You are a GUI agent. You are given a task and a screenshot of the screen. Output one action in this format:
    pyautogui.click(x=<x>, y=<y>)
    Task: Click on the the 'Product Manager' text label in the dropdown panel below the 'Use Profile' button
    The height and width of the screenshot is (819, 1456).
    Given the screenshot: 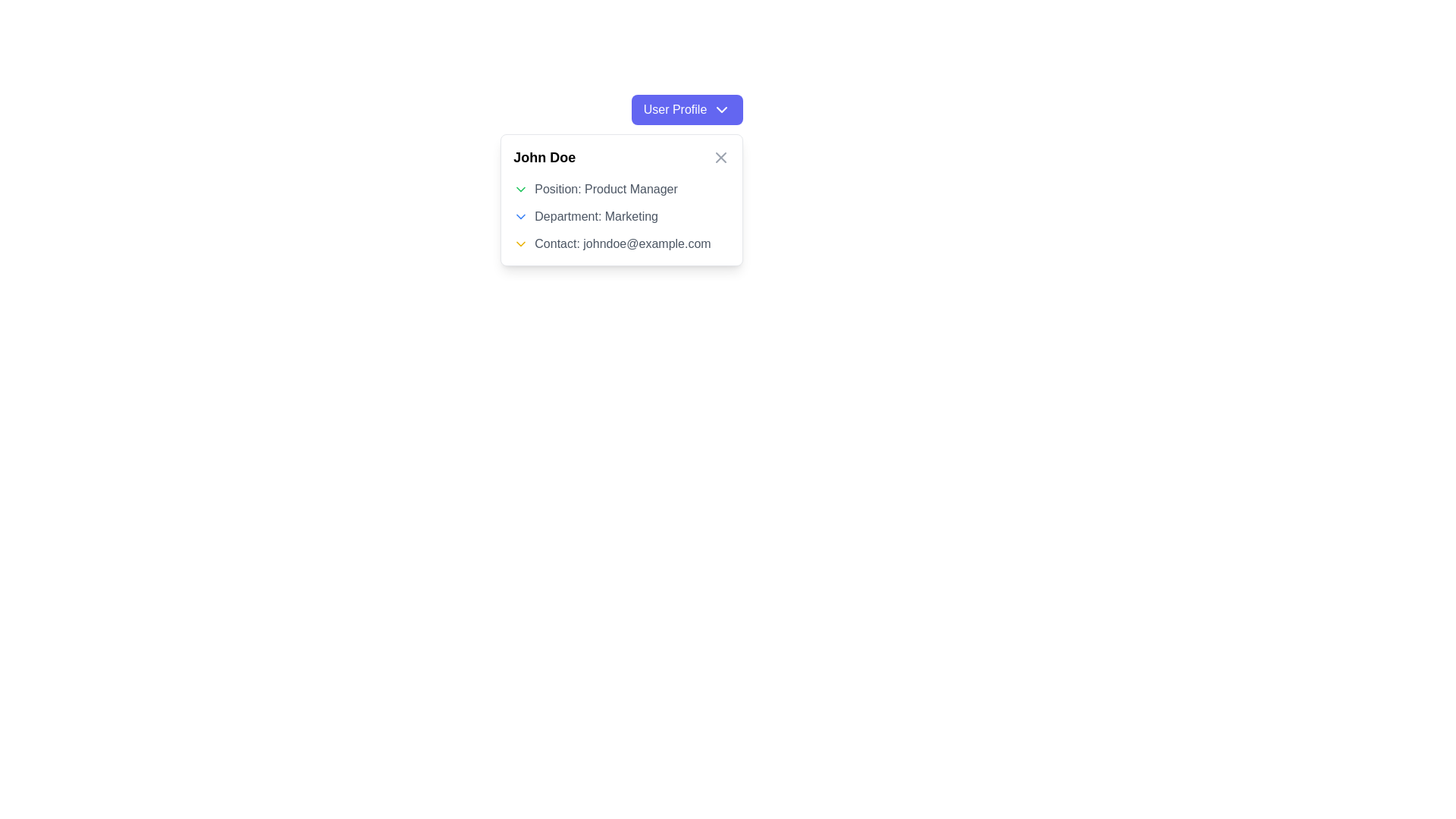 What is the action you would take?
    pyautogui.click(x=622, y=189)
    